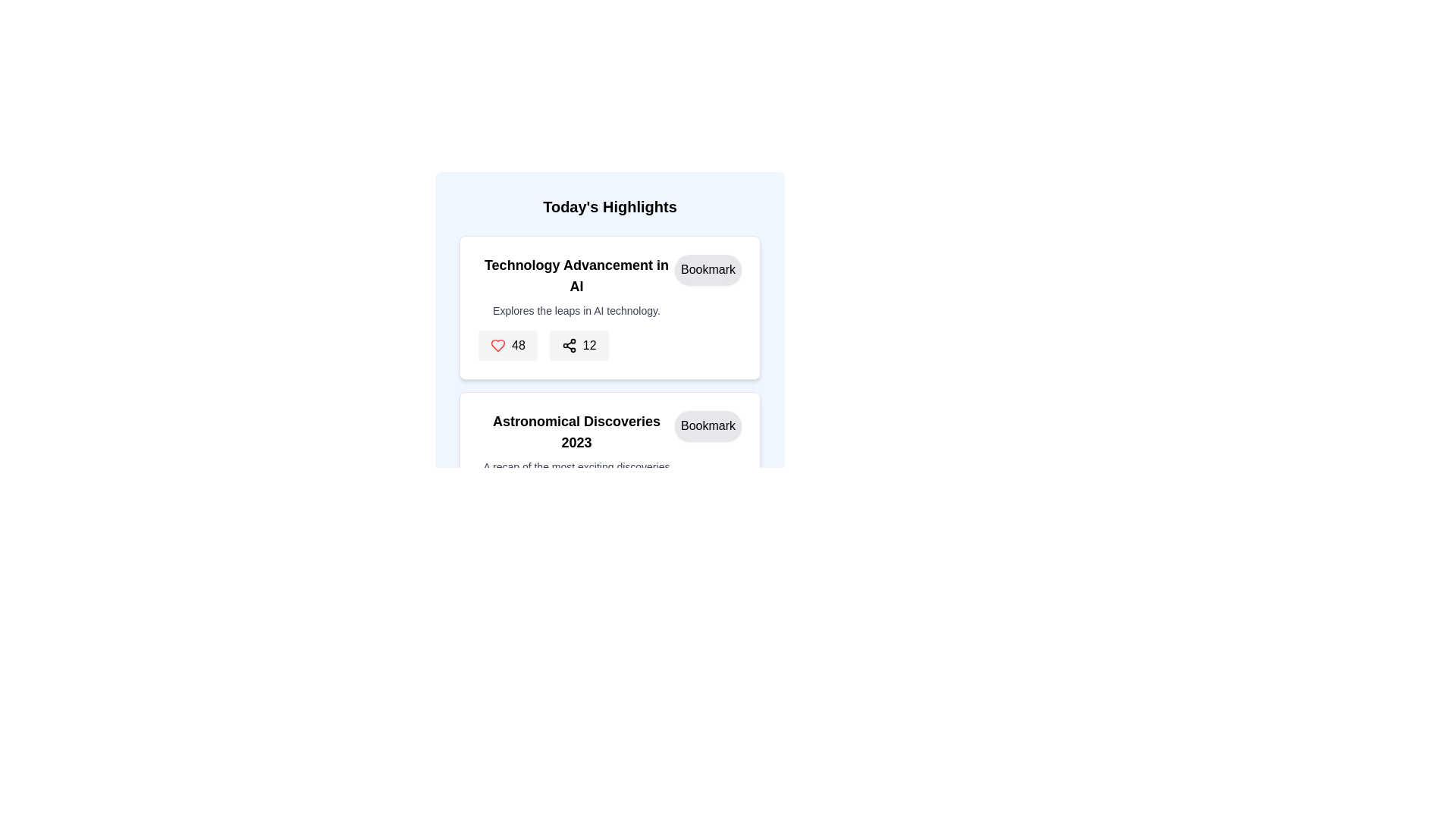 The image size is (1456, 819). Describe the element at coordinates (610, 307) in the screenshot. I see `the like button on the Content card titled 'Technology Advancement in AI' to like the post` at that location.